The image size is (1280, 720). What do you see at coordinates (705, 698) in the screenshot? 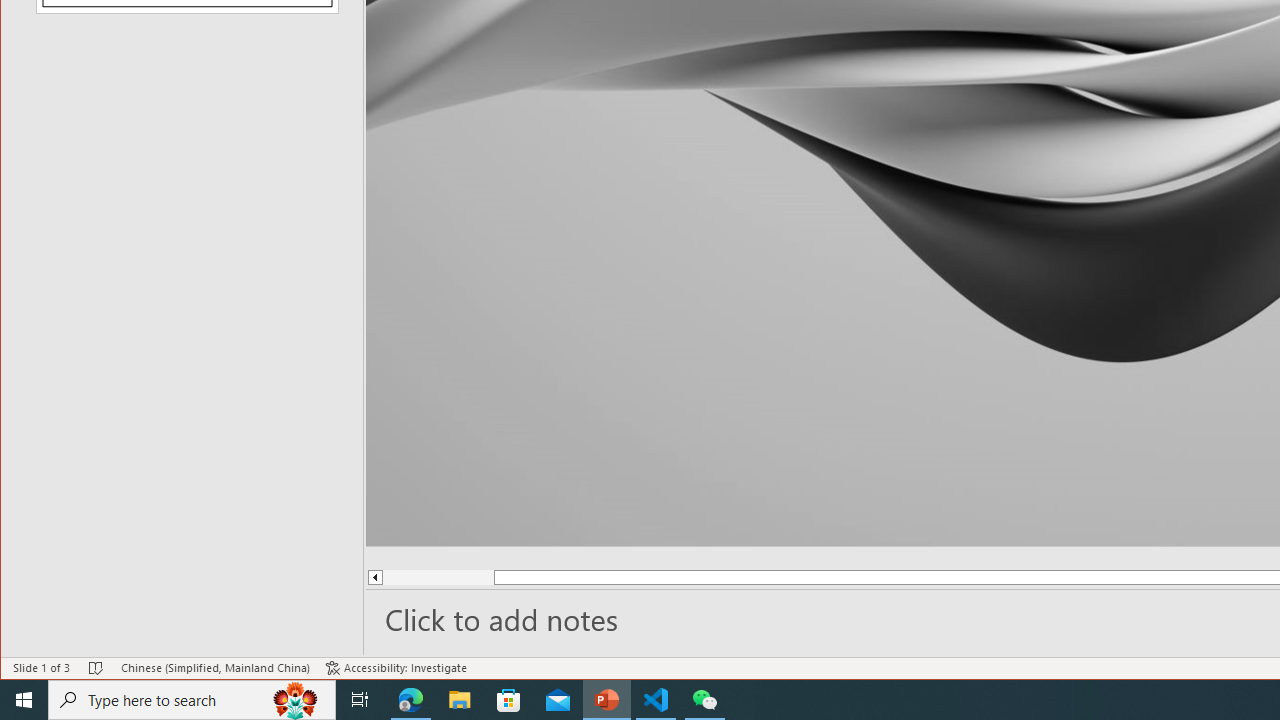
I see `'WeChat - 1 running window'` at bounding box center [705, 698].